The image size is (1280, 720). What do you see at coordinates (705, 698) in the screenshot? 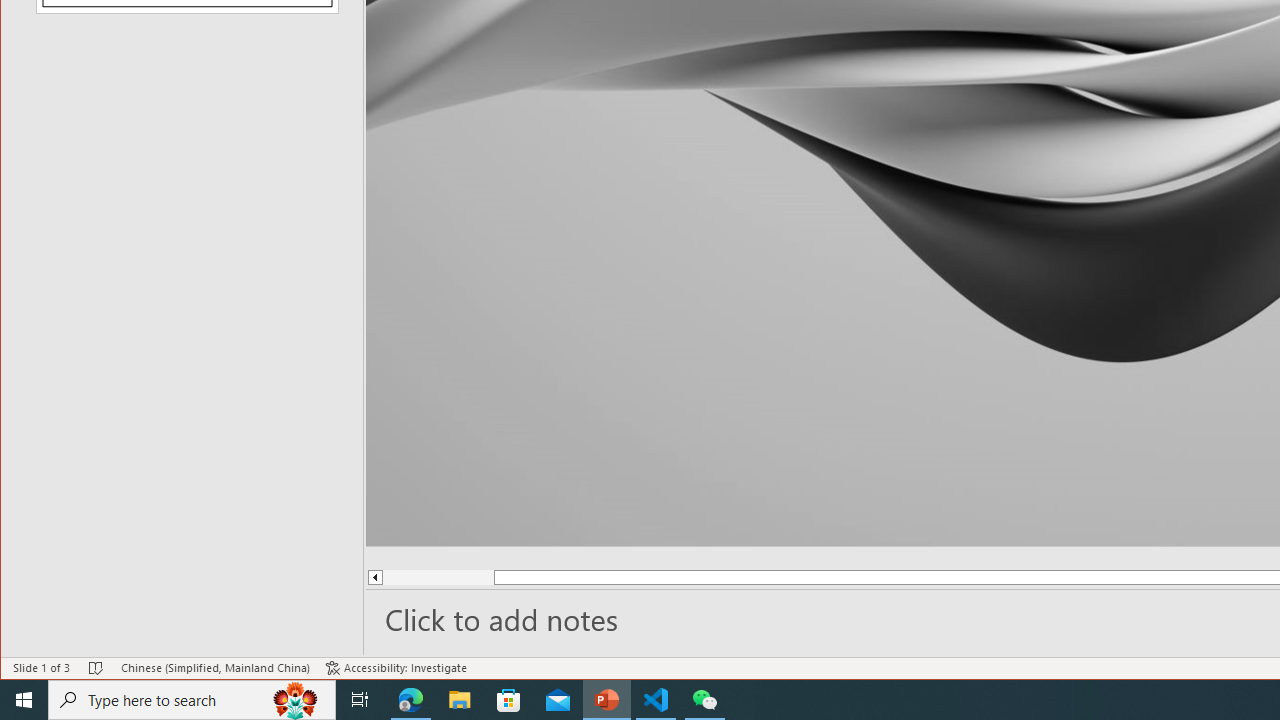
I see `'WeChat - 1 running window'` at bounding box center [705, 698].